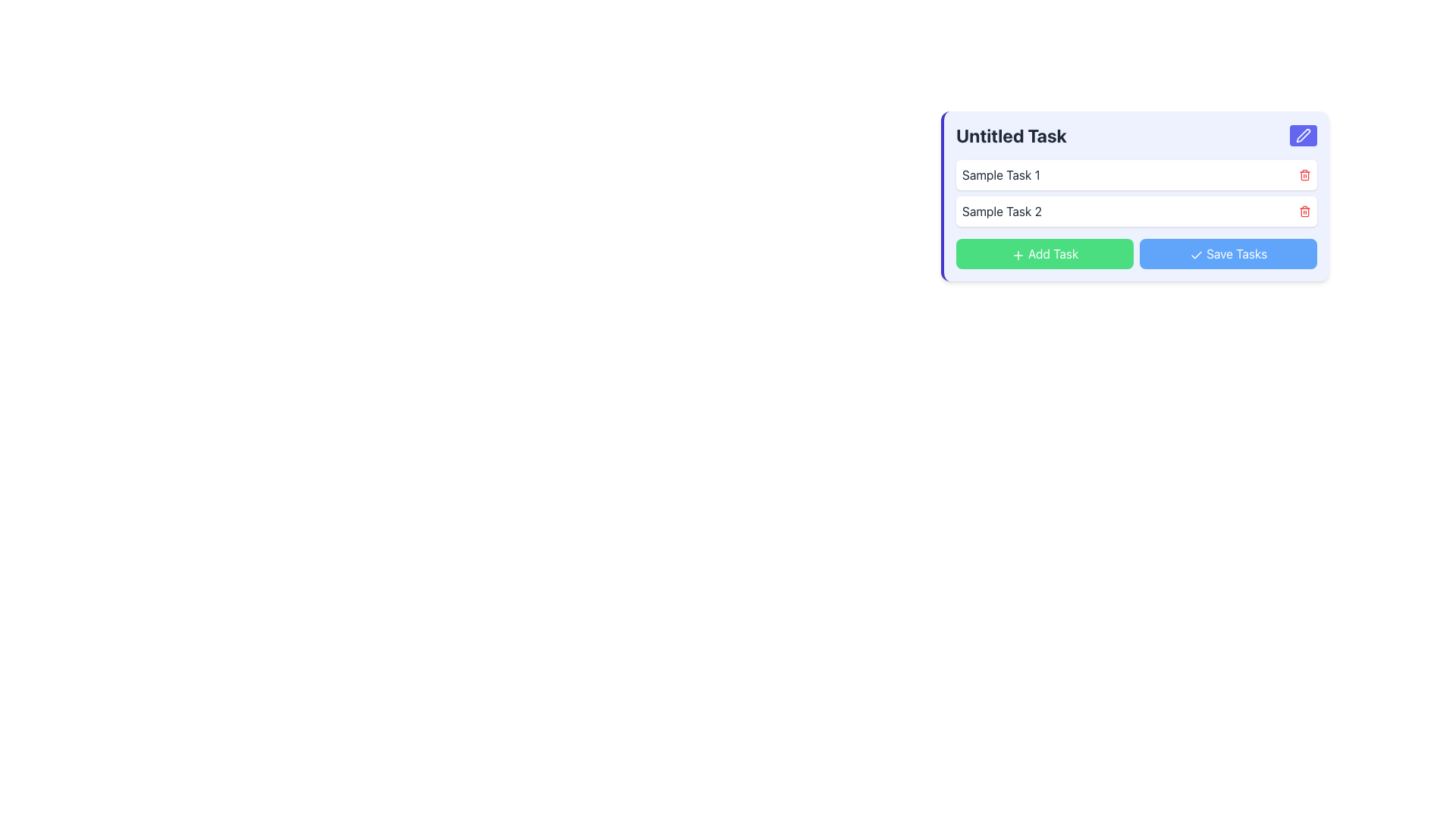 Image resolution: width=1456 pixels, height=819 pixels. Describe the element at coordinates (1302, 134) in the screenshot. I see `the editing icon located at the top-right corner of the 'Untitled Task' card` at that location.